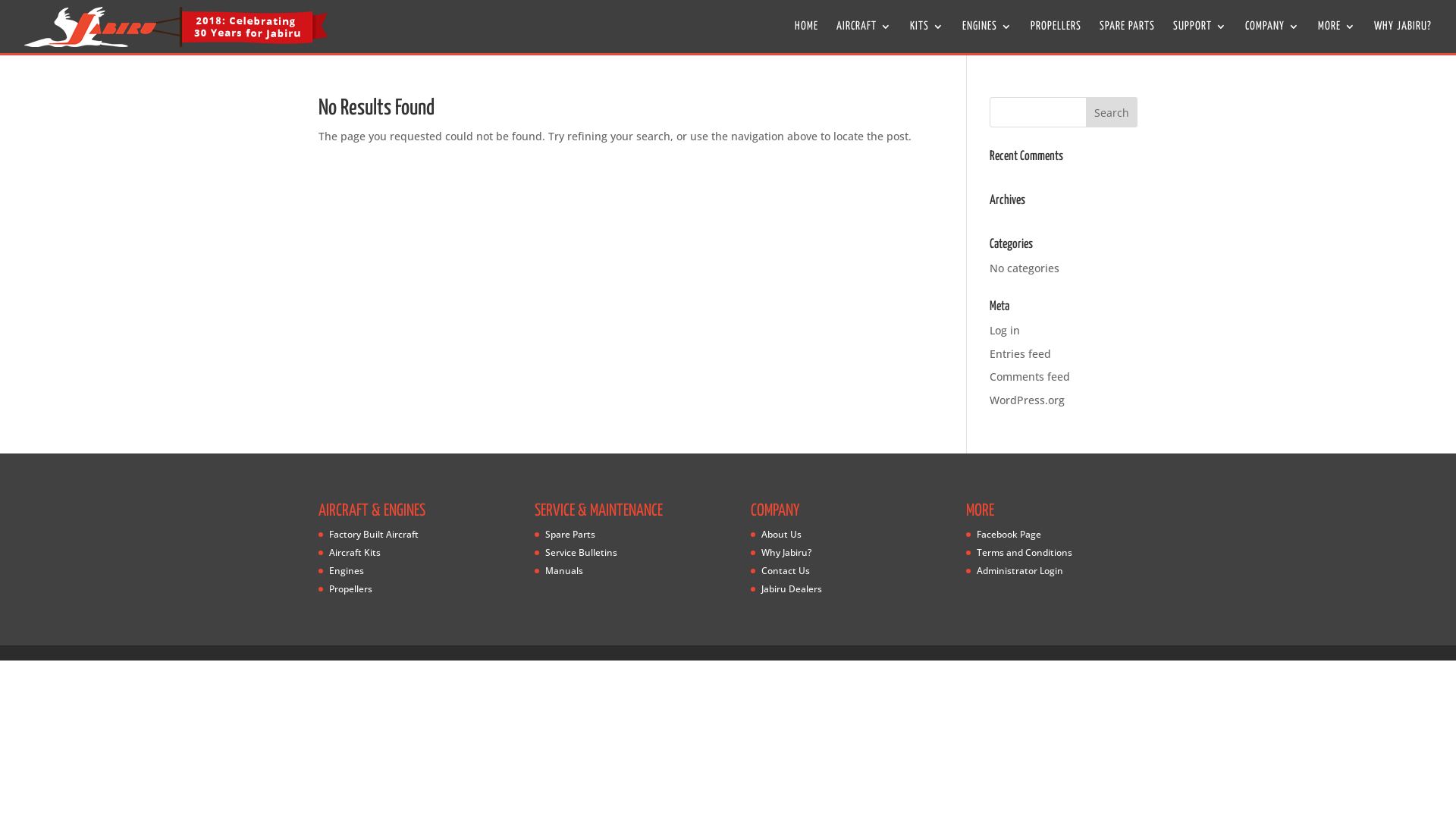  Describe the element at coordinates (345, 570) in the screenshot. I see `'Engines'` at that location.